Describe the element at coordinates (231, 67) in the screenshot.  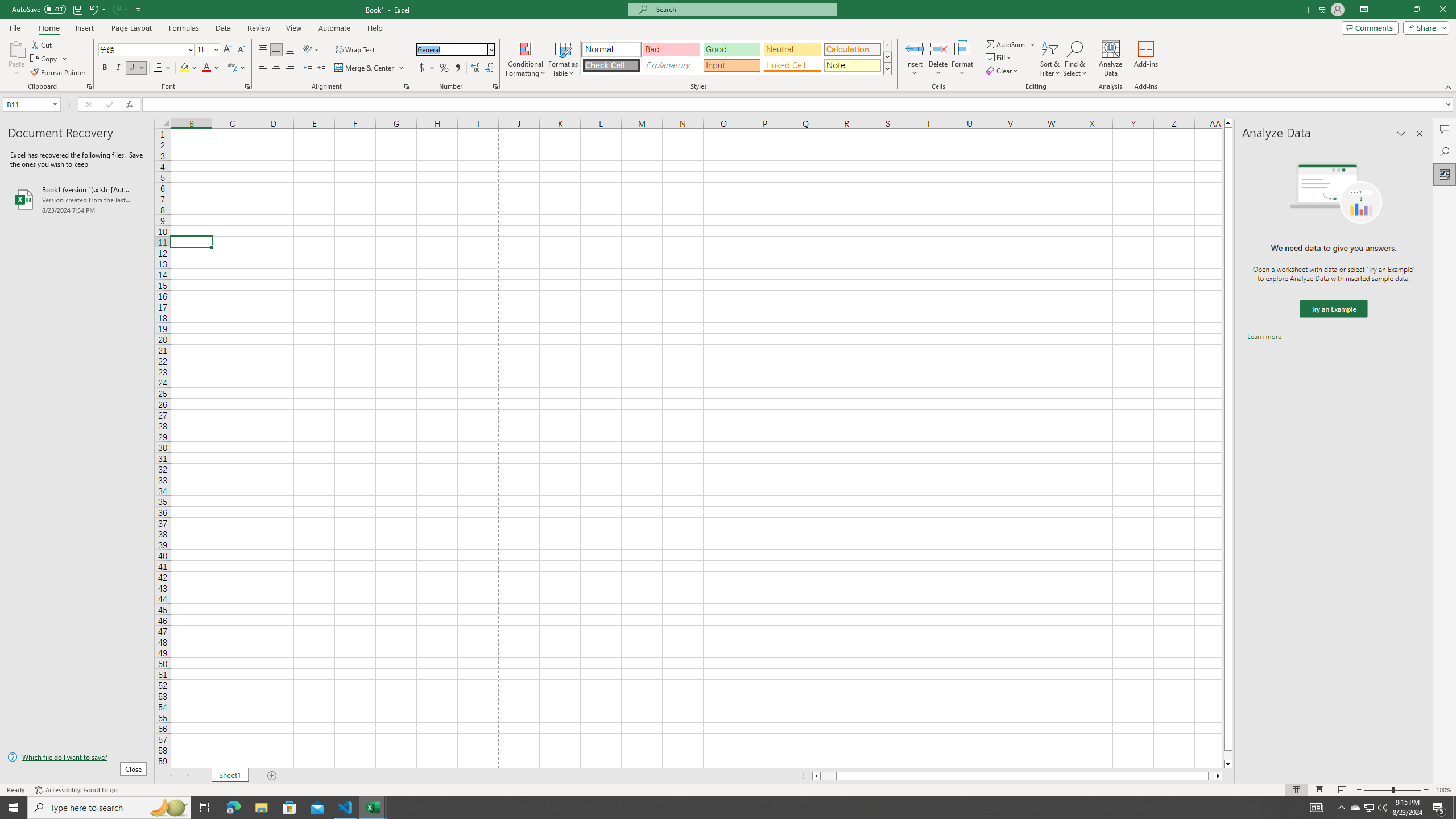
I see `'Show Phonetic Field'` at that location.